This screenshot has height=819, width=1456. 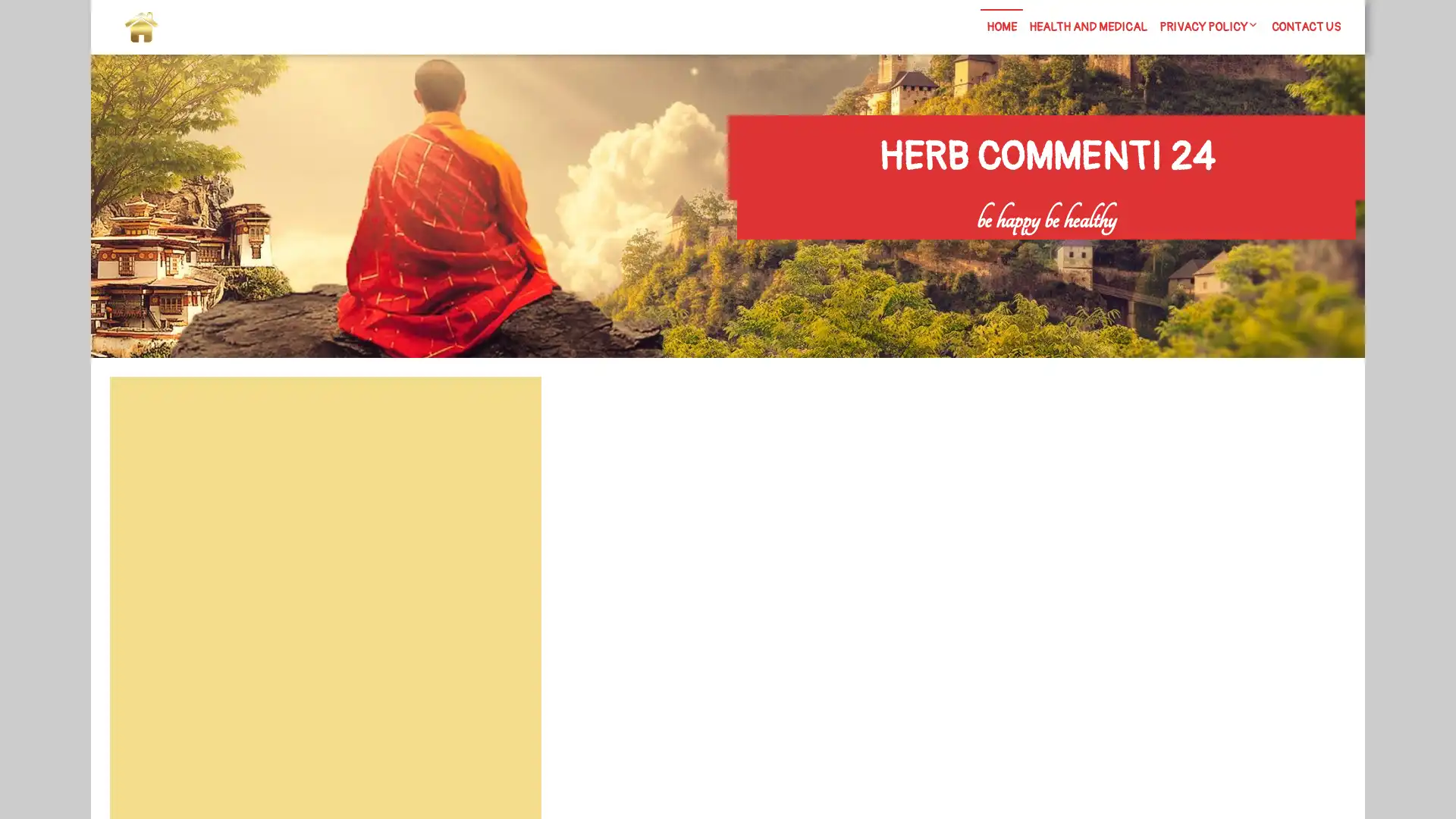 What do you see at coordinates (1181, 248) in the screenshot?
I see `Search` at bounding box center [1181, 248].